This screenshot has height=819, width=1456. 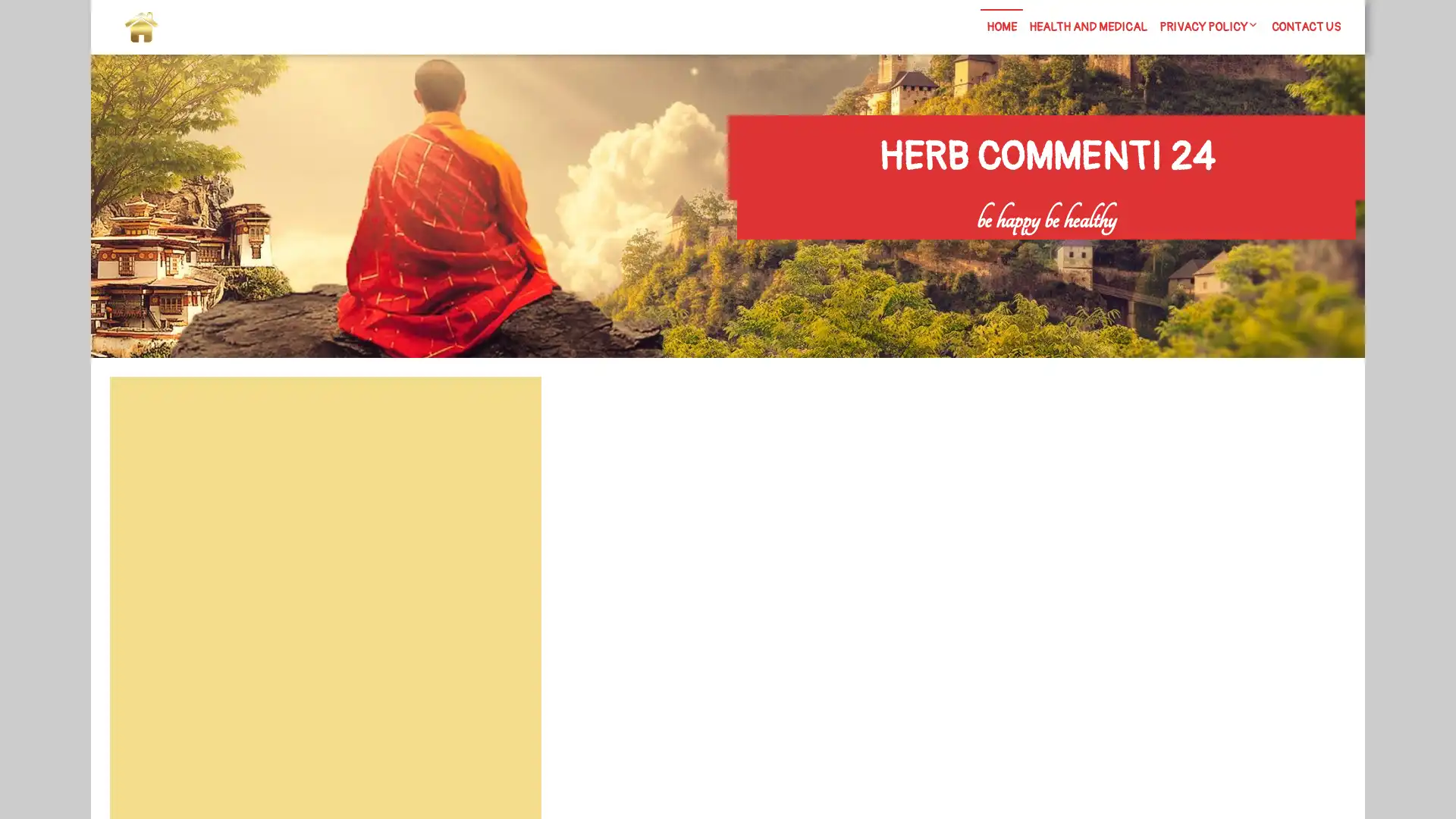 What do you see at coordinates (1181, 248) in the screenshot?
I see `Search` at bounding box center [1181, 248].